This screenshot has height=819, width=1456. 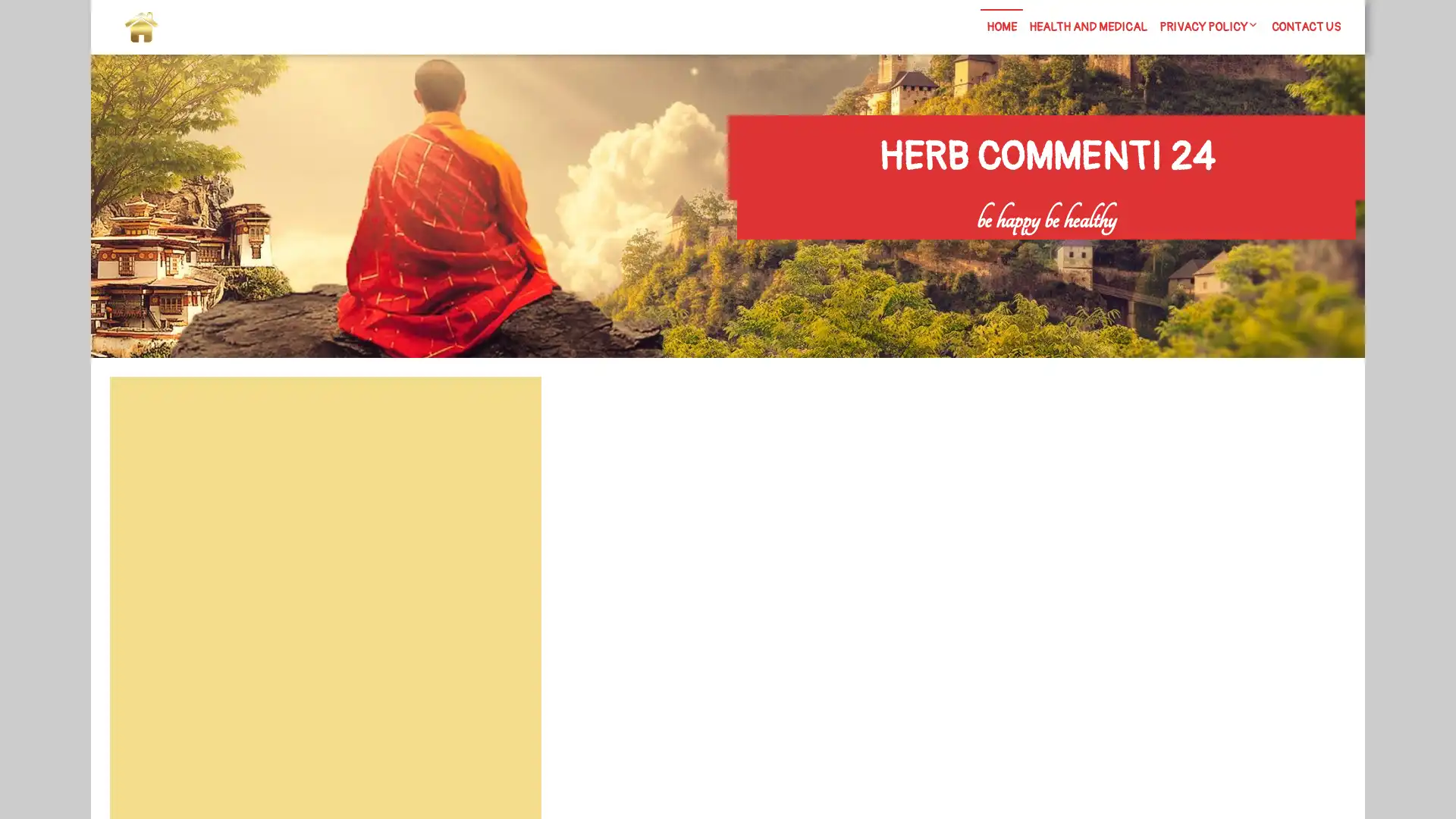 What do you see at coordinates (1181, 248) in the screenshot?
I see `Search` at bounding box center [1181, 248].